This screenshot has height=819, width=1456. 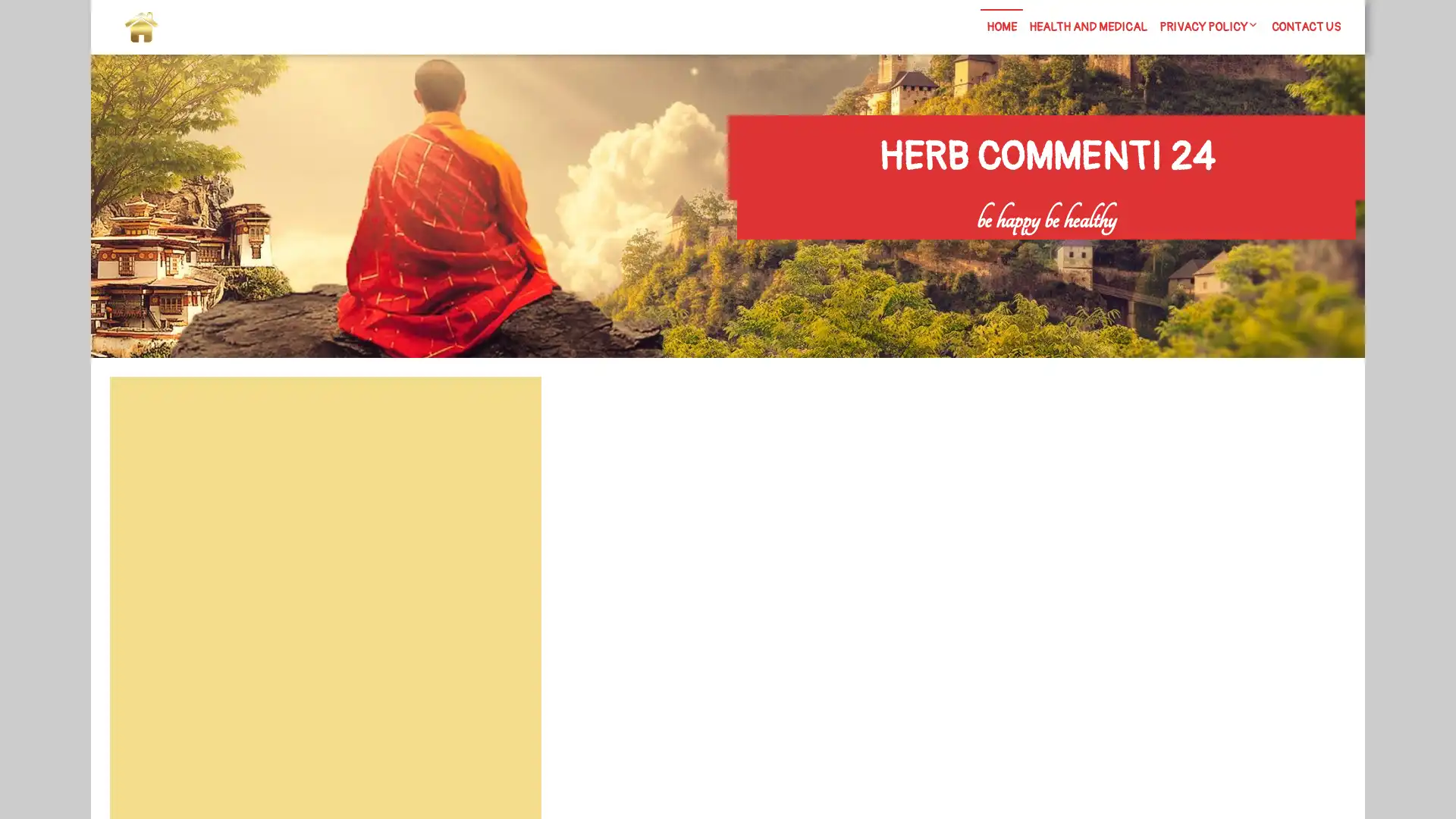 What do you see at coordinates (1181, 248) in the screenshot?
I see `Search` at bounding box center [1181, 248].